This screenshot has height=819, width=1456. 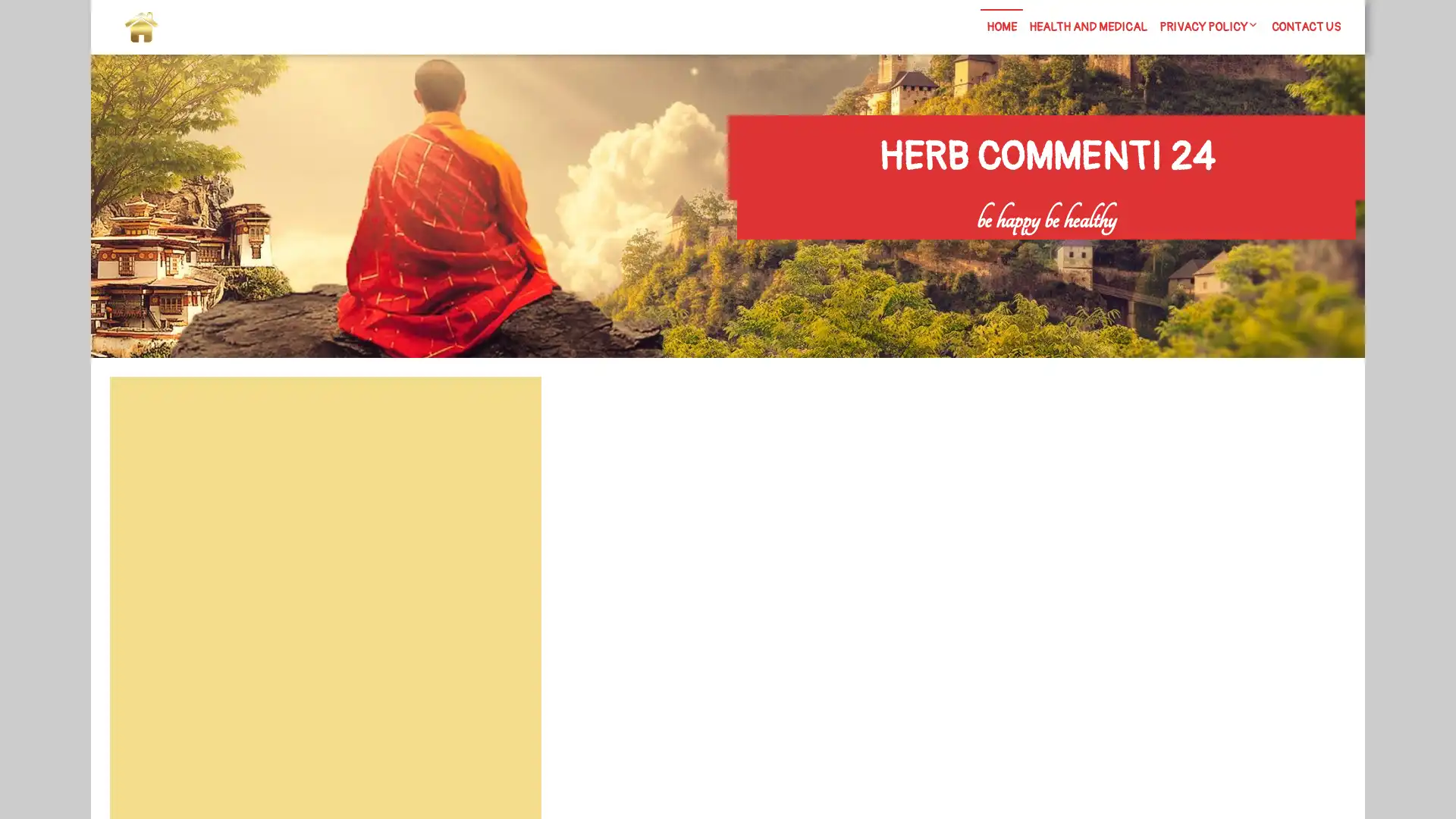 What do you see at coordinates (1181, 248) in the screenshot?
I see `Search` at bounding box center [1181, 248].